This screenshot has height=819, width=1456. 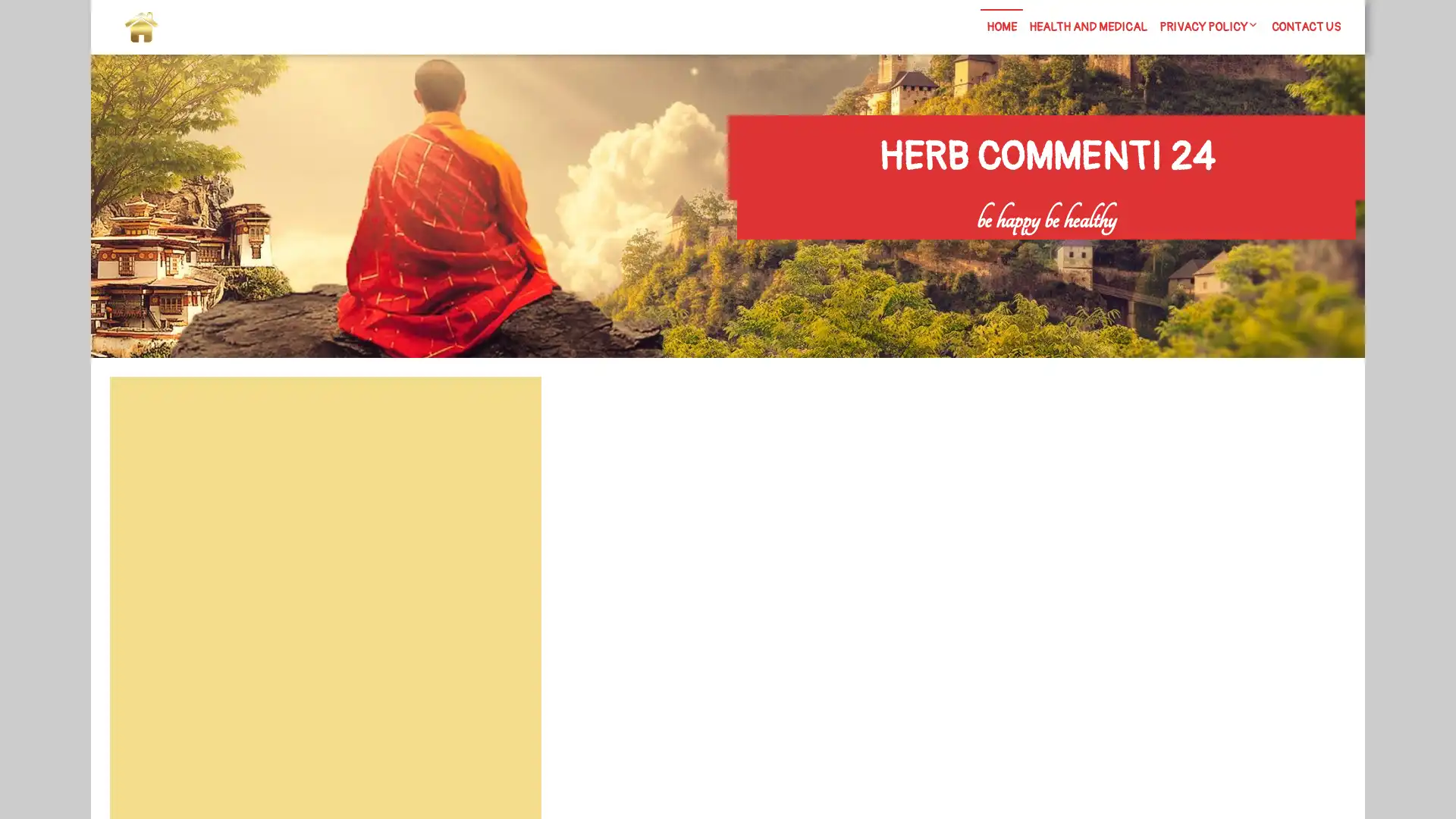 What do you see at coordinates (1181, 248) in the screenshot?
I see `Search` at bounding box center [1181, 248].